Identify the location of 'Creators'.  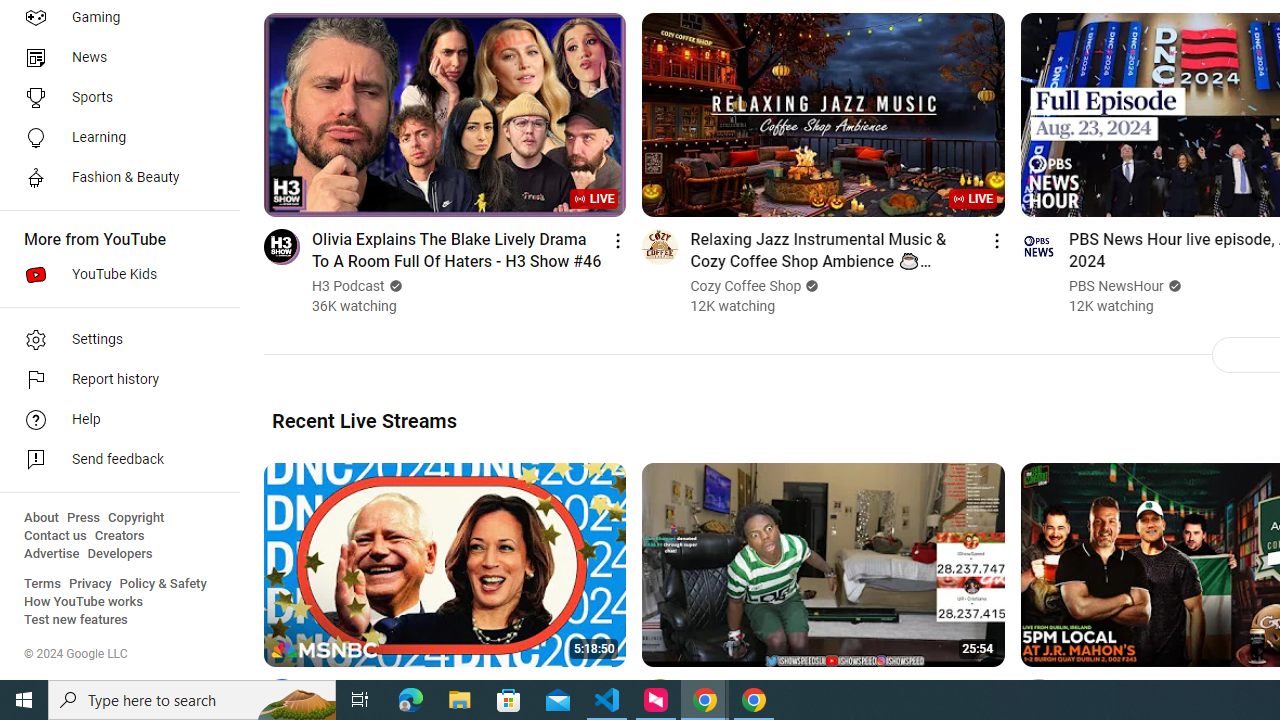
(118, 535).